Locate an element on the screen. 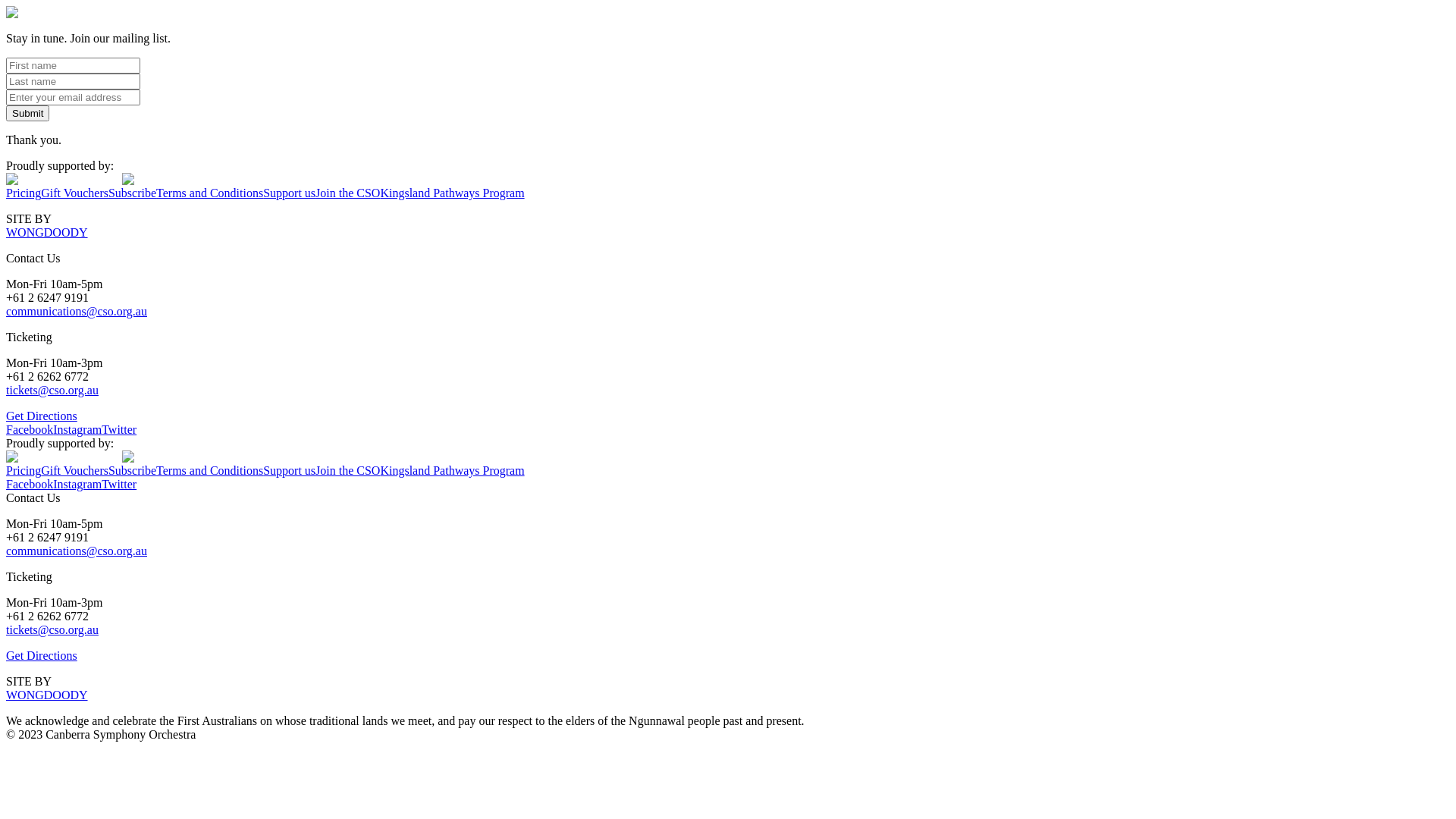 This screenshot has width=1456, height=819. 'Support us' is located at coordinates (262, 192).